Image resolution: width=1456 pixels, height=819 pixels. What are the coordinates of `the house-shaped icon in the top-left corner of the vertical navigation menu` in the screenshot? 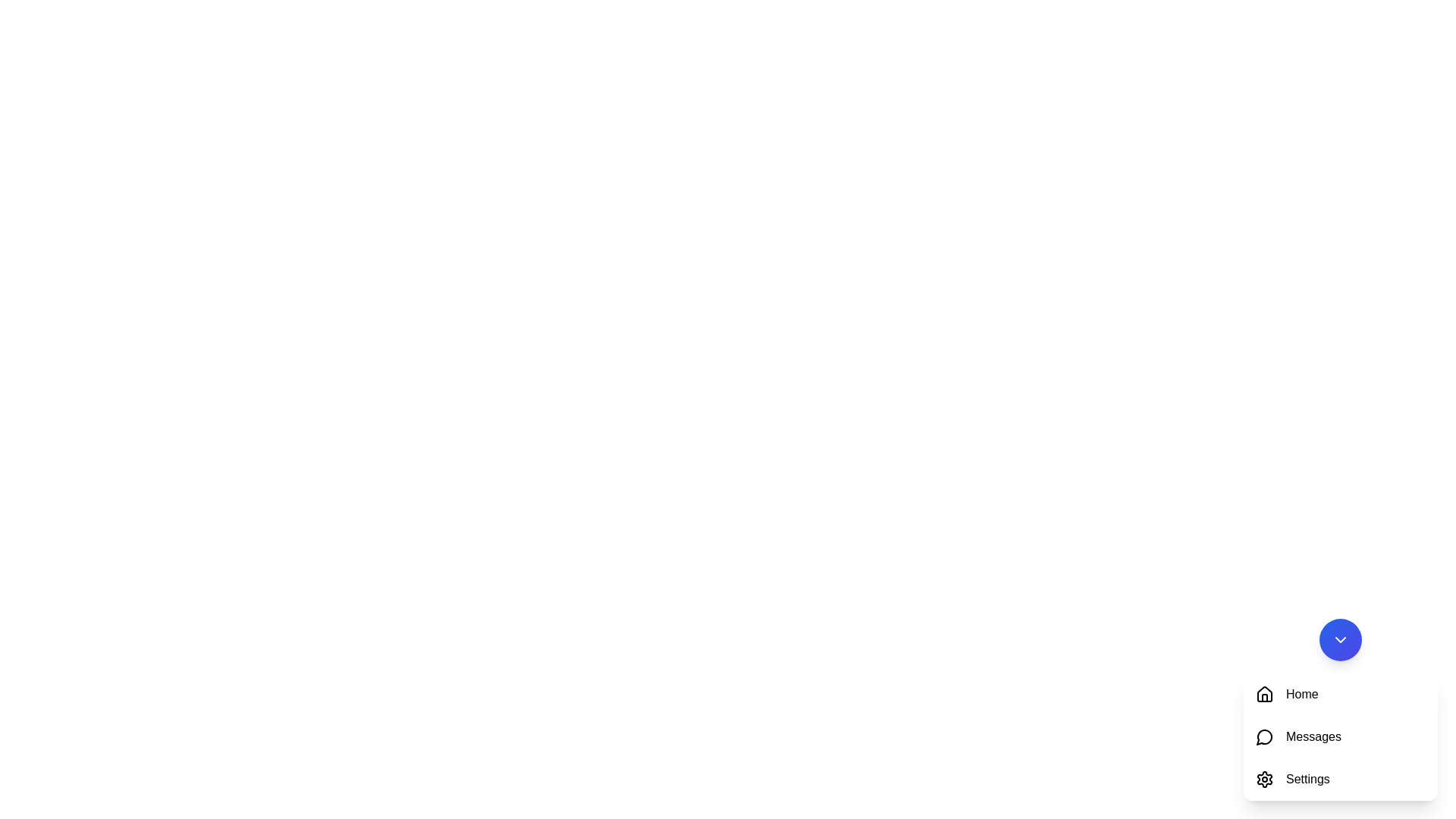 It's located at (1265, 694).